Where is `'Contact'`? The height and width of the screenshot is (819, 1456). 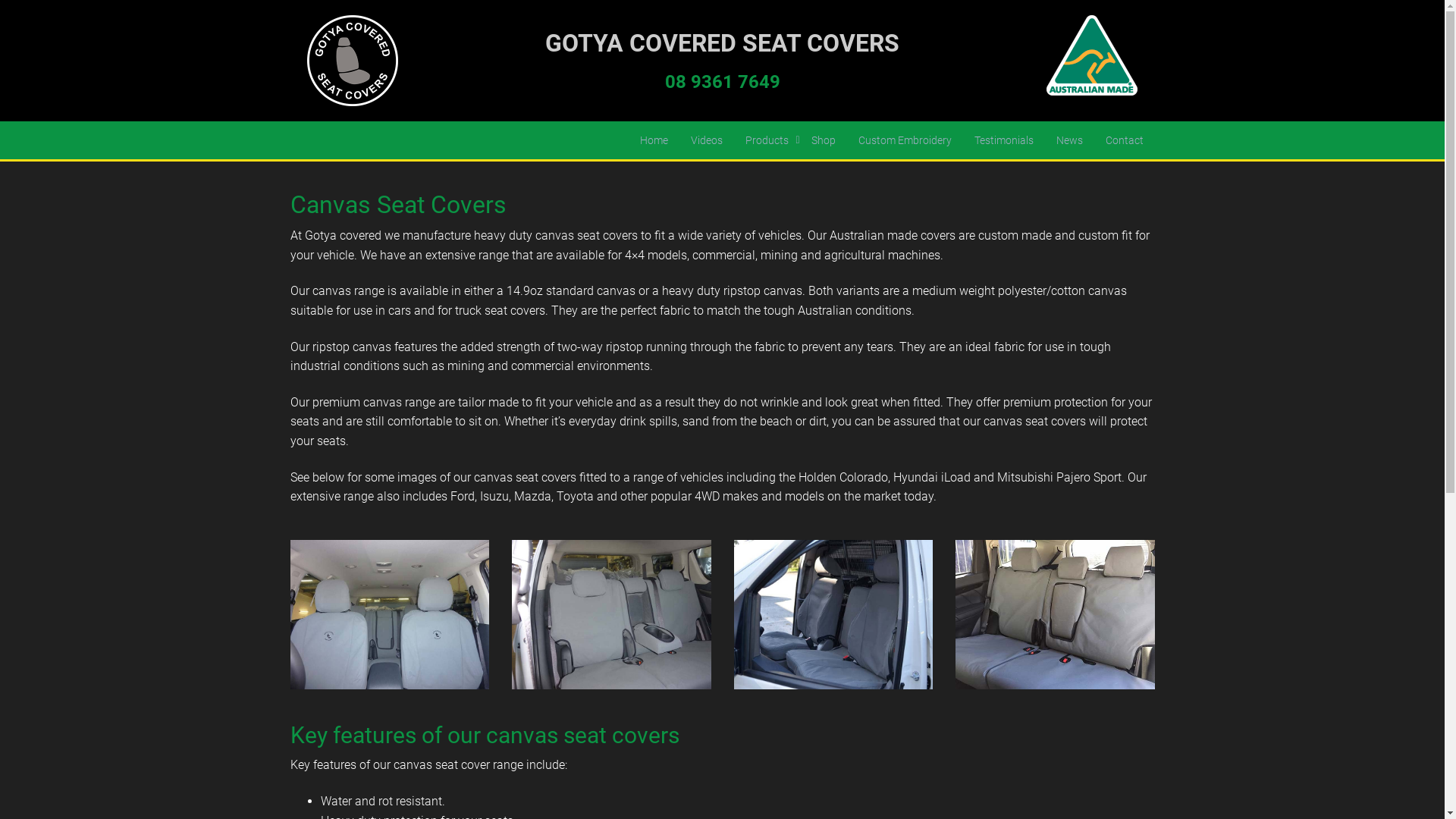
'Contact' is located at coordinates (1124, 140).